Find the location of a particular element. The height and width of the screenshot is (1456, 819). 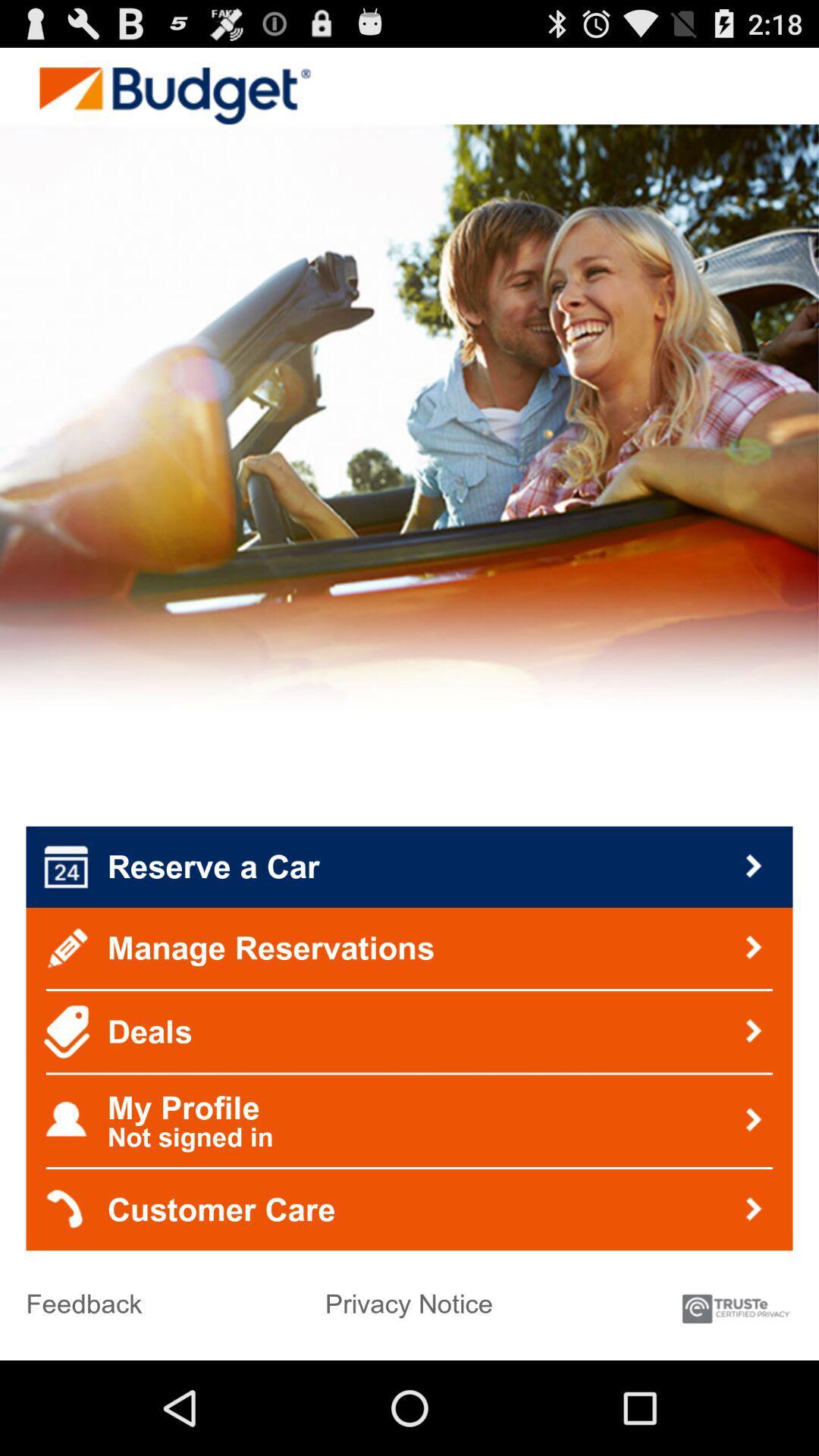

reserve a car is located at coordinates (409, 867).